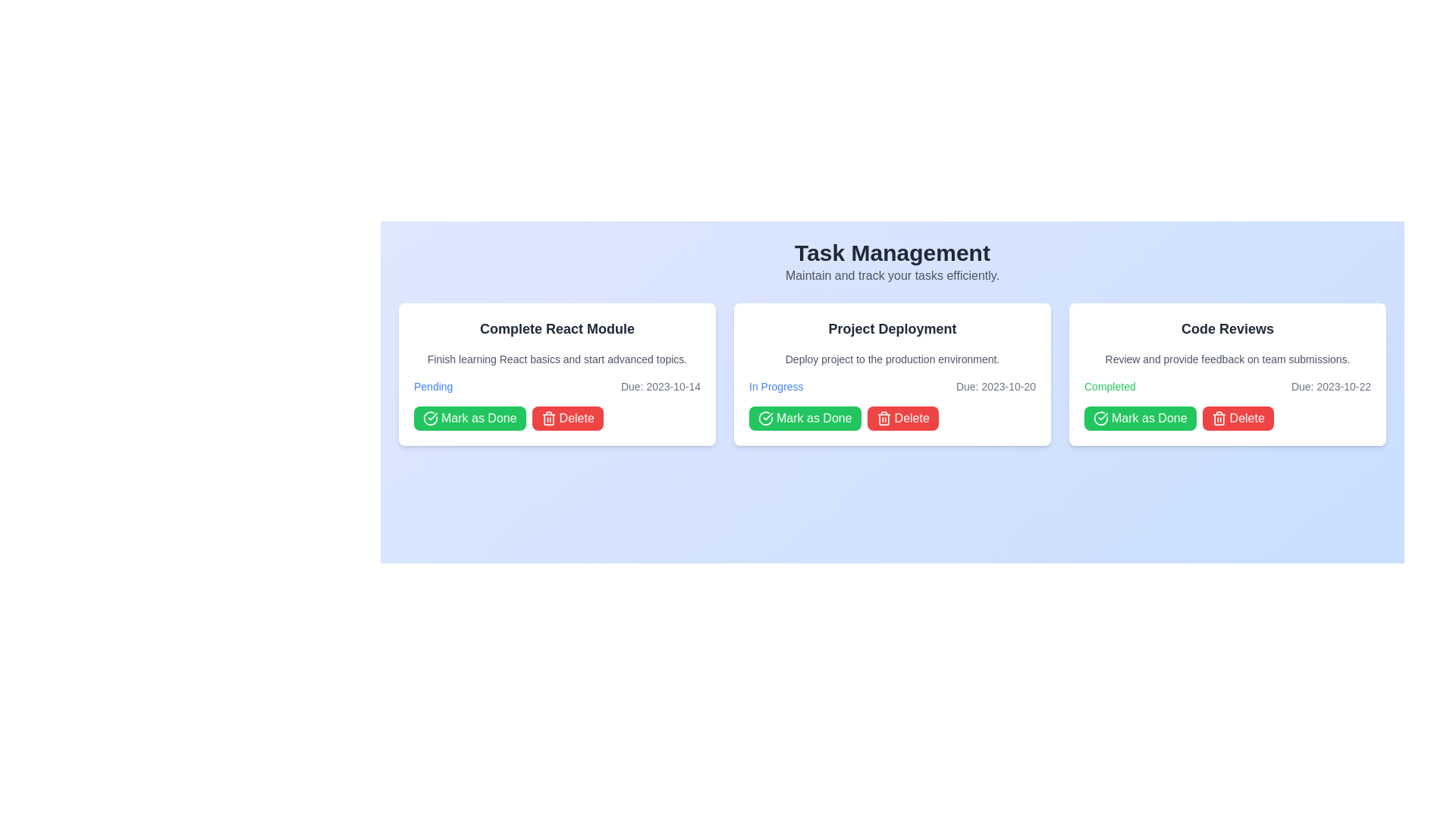 This screenshot has width=1456, height=819. Describe the element at coordinates (1238, 418) in the screenshot. I see `the red 'Delete' button with a trash can icon located in the bottom-right section of the 'Code Reviews' card` at that location.